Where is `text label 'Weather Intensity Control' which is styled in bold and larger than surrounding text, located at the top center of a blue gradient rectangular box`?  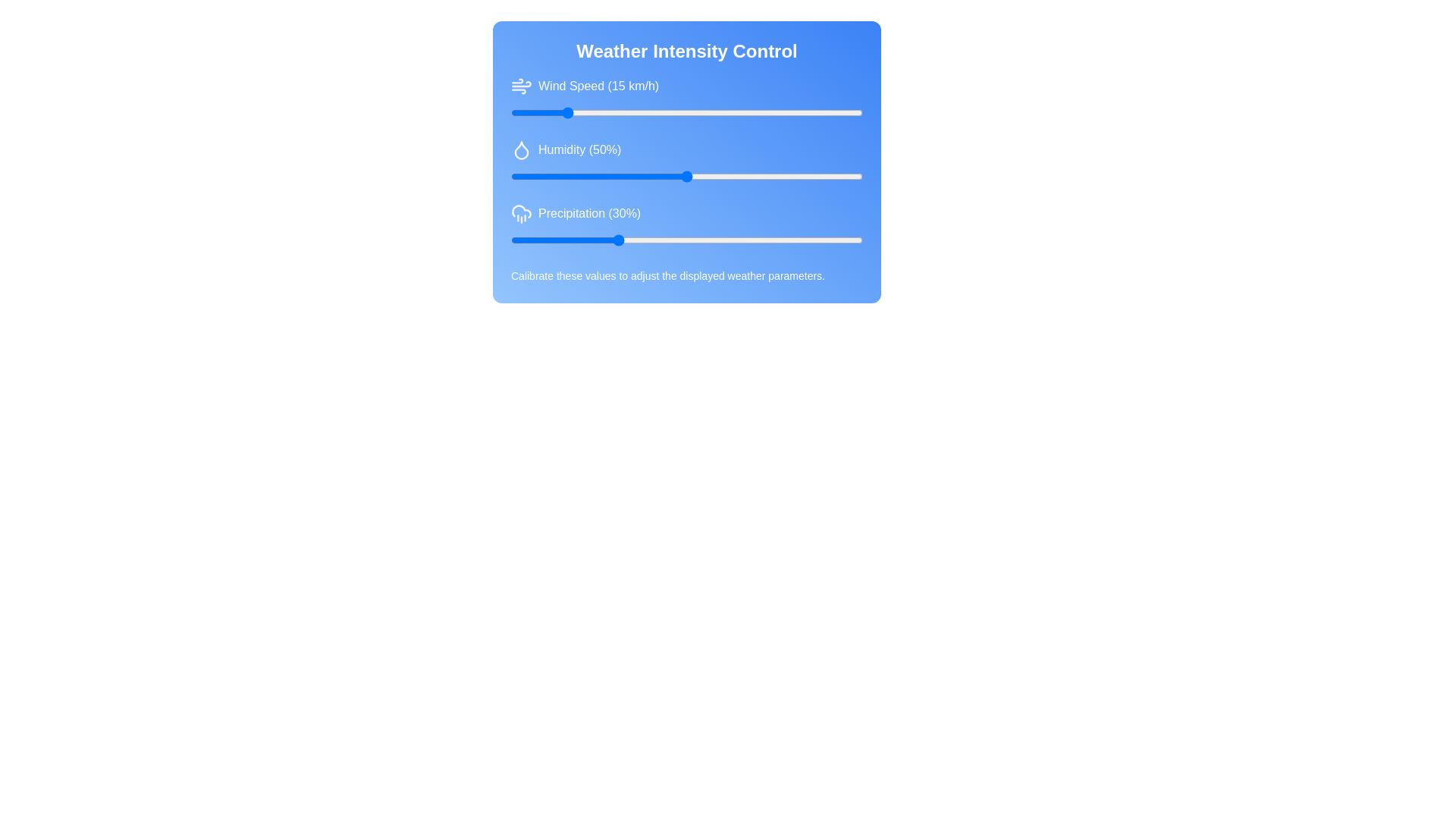 text label 'Weather Intensity Control' which is styled in bold and larger than surrounding text, located at the top center of a blue gradient rectangular box is located at coordinates (686, 51).